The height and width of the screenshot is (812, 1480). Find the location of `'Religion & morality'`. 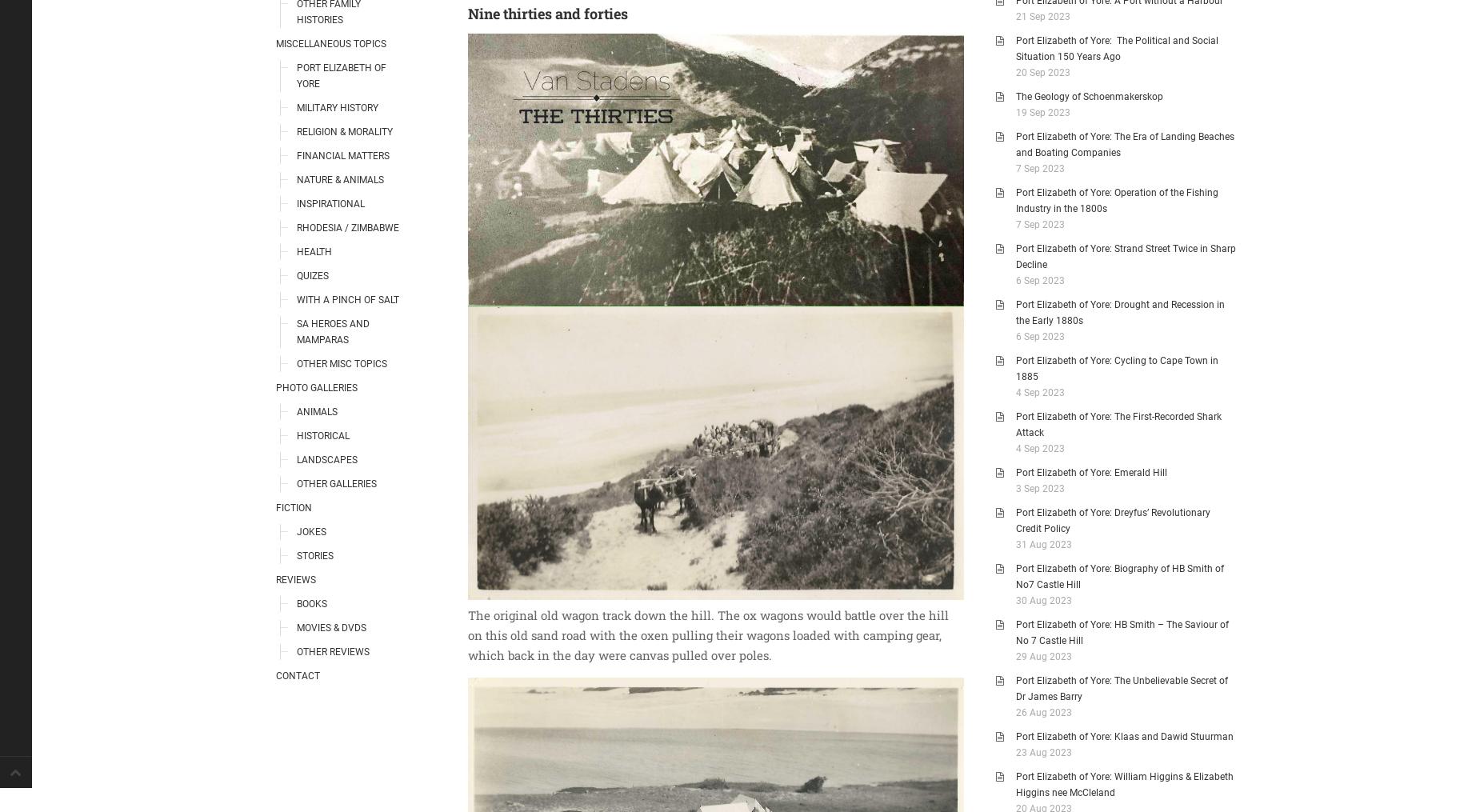

'Religion & morality' is located at coordinates (344, 130).